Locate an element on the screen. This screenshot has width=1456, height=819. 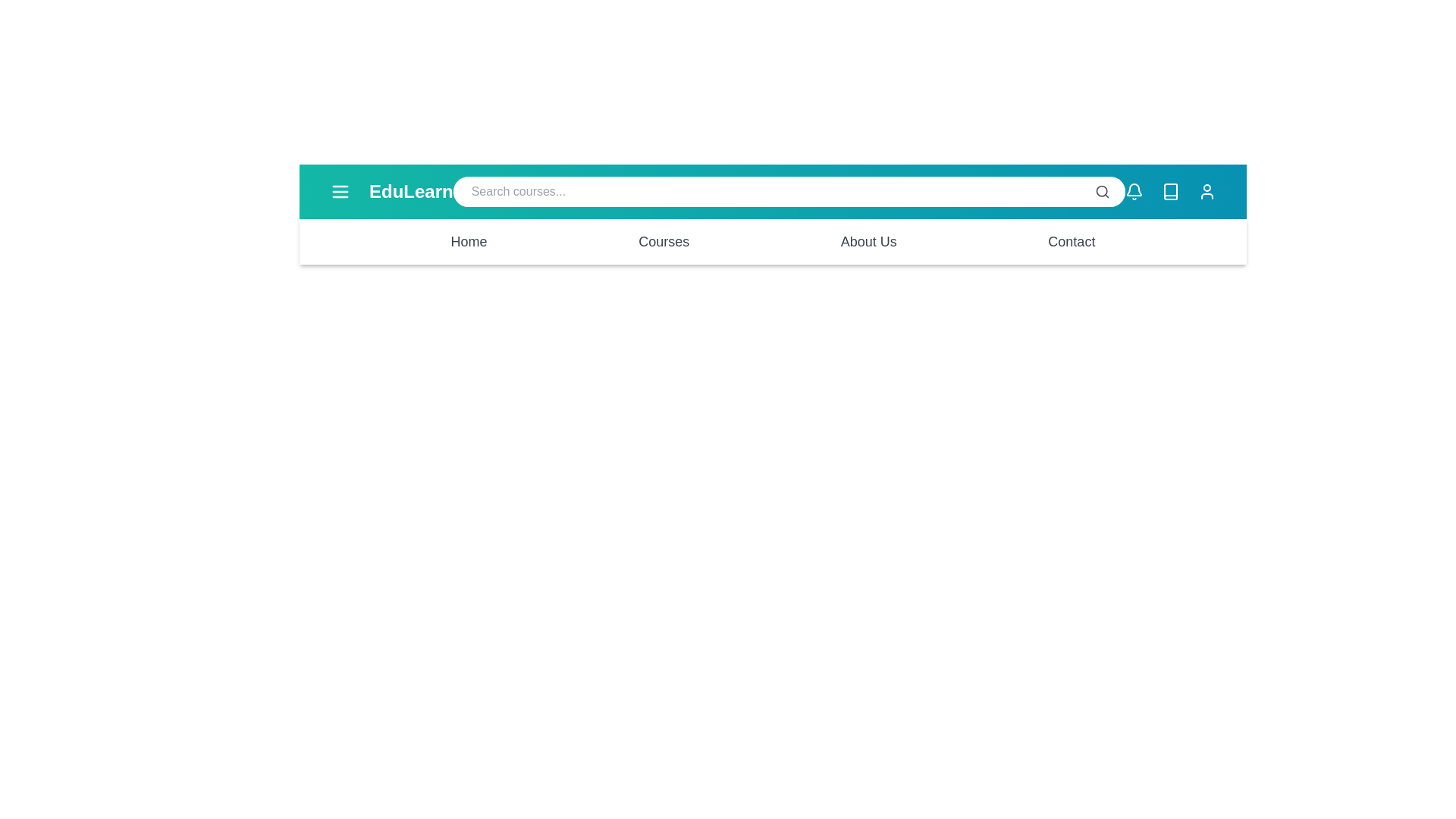
the search icon to submit the search query is located at coordinates (1103, 191).